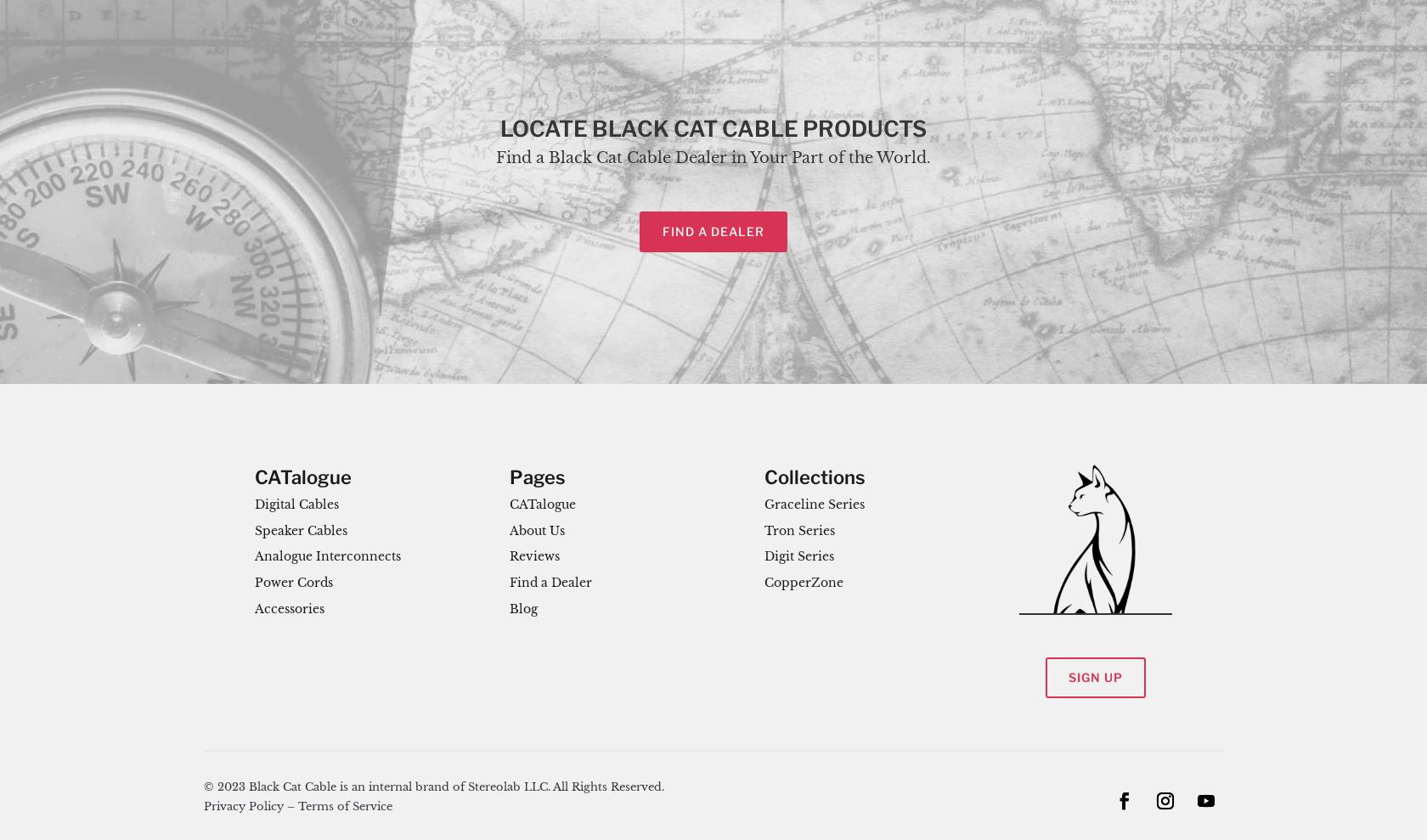  What do you see at coordinates (290, 609) in the screenshot?
I see `'Accessories'` at bounding box center [290, 609].